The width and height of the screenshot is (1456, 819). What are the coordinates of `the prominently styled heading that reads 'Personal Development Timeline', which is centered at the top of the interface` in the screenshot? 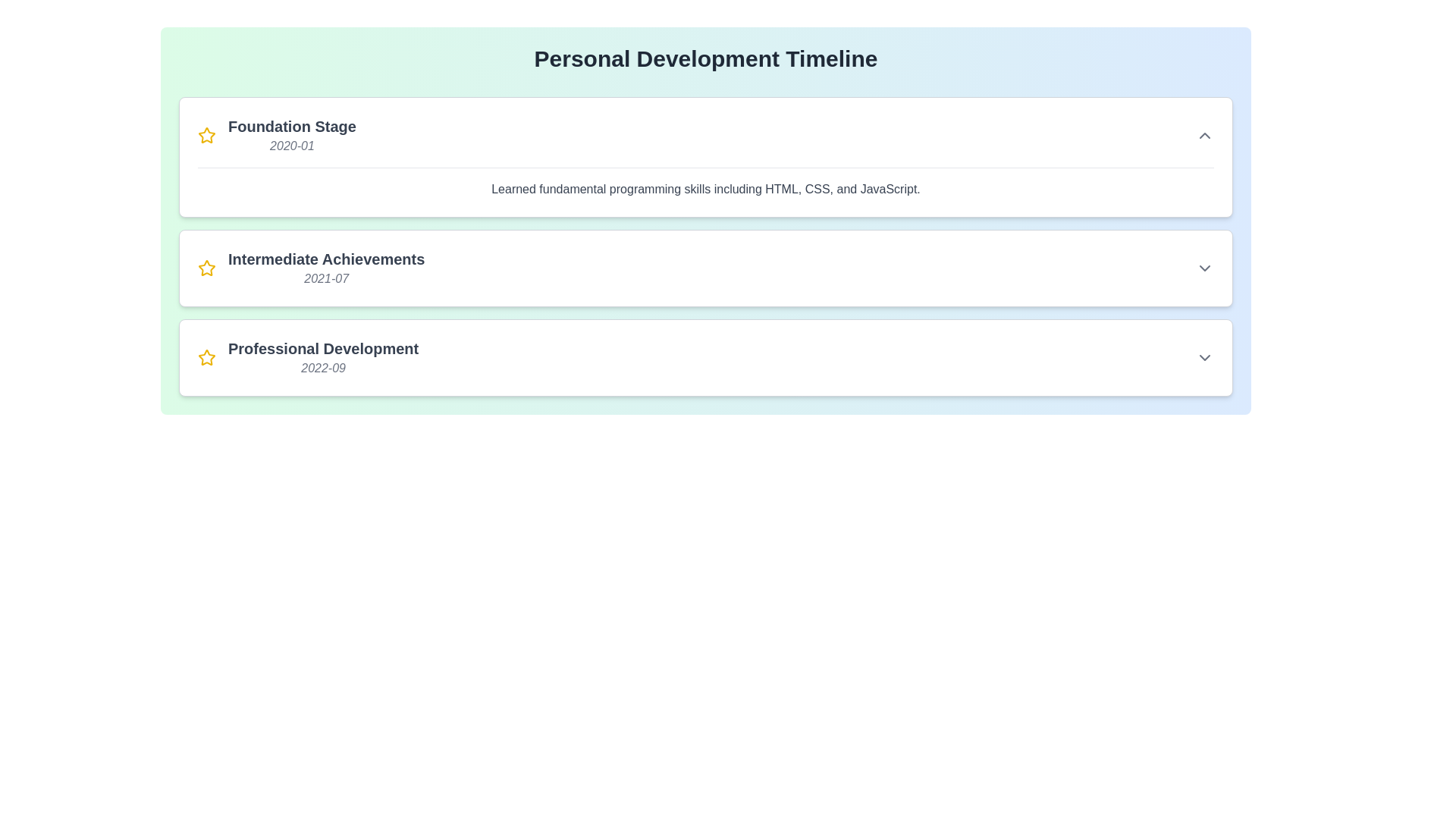 It's located at (705, 58).